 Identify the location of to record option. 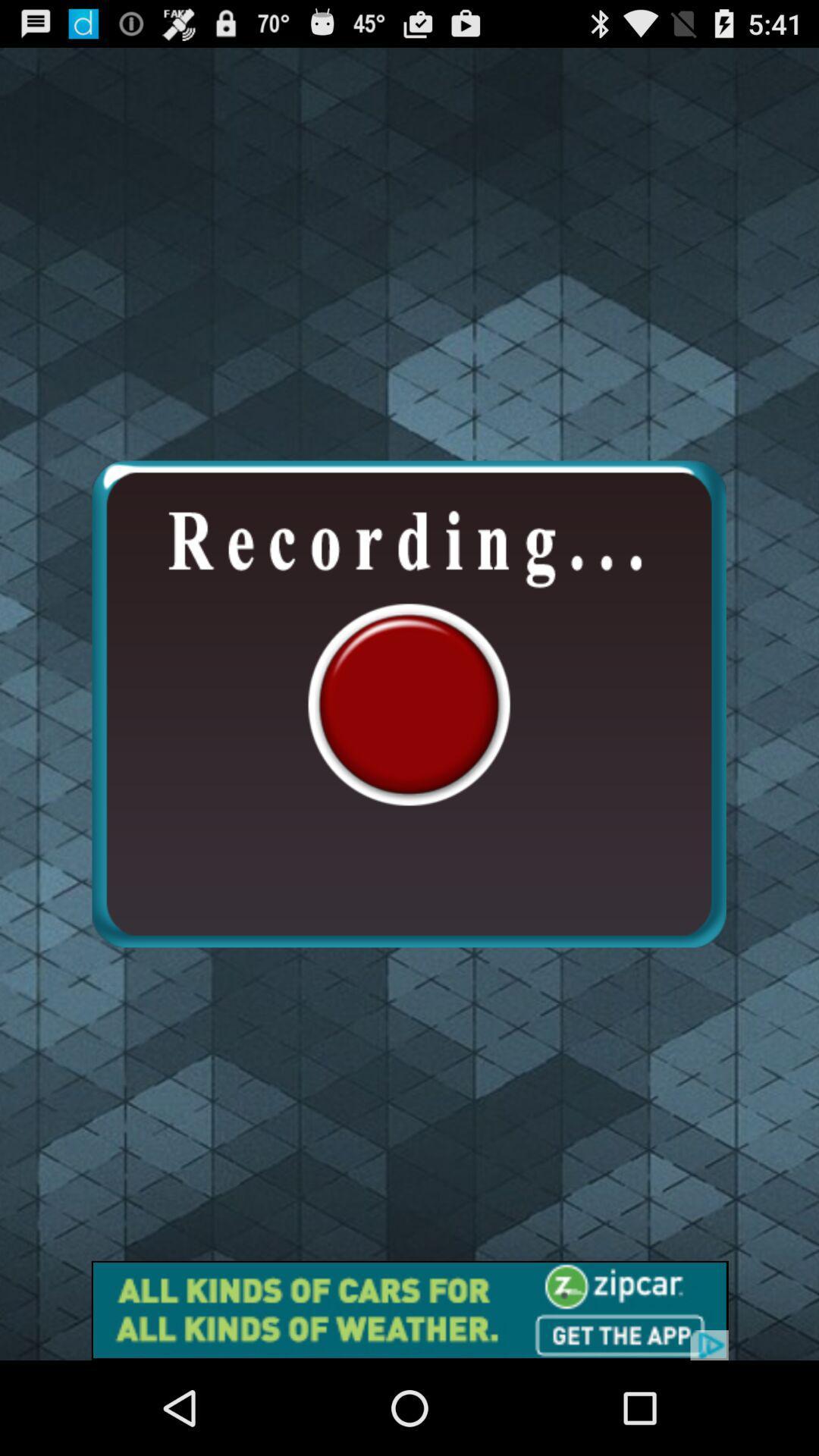
(408, 703).